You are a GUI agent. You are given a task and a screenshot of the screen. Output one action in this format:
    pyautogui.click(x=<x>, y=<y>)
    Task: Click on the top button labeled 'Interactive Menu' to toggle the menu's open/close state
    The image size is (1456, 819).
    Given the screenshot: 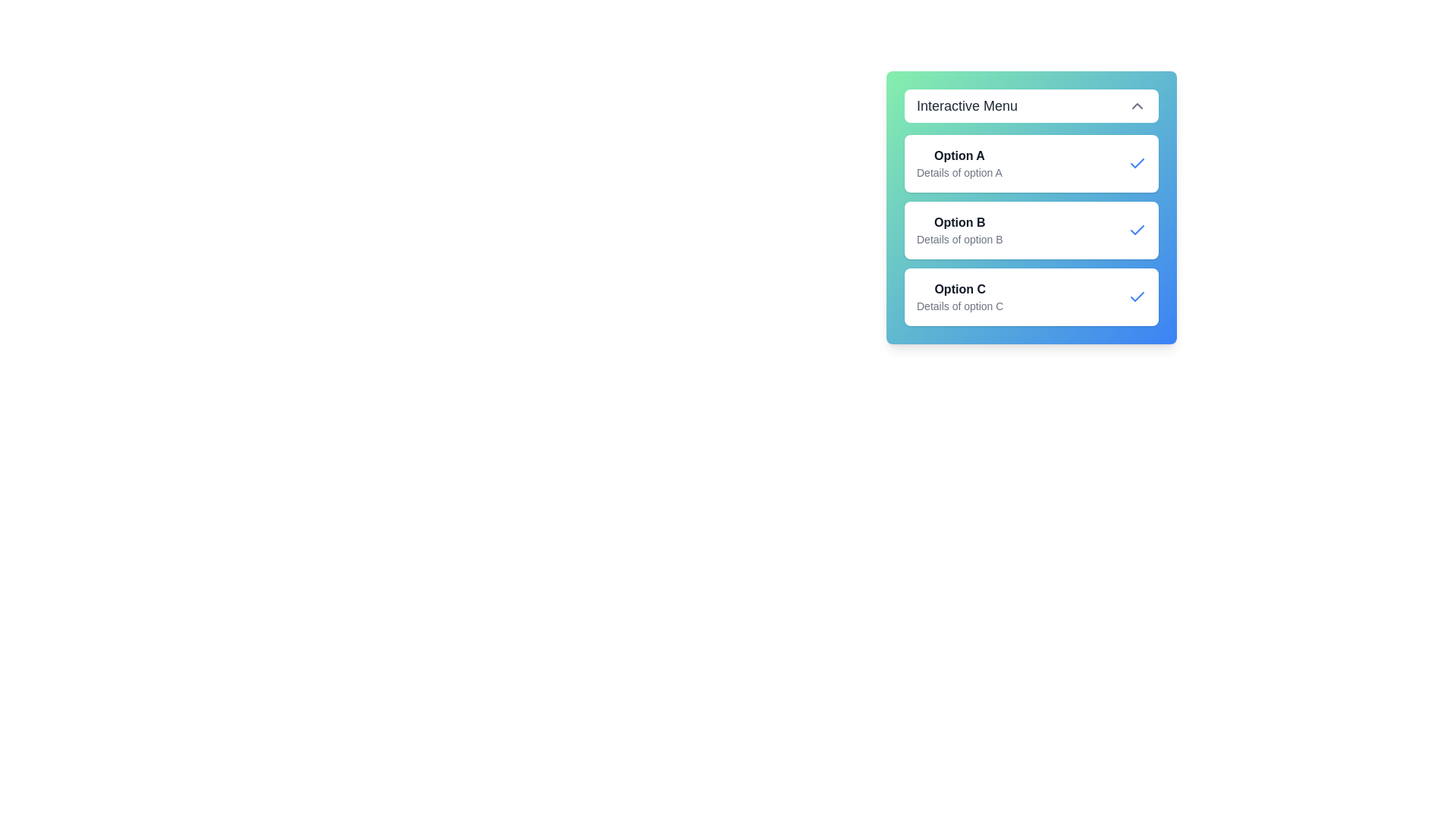 What is the action you would take?
    pyautogui.click(x=1031, y=105)
    